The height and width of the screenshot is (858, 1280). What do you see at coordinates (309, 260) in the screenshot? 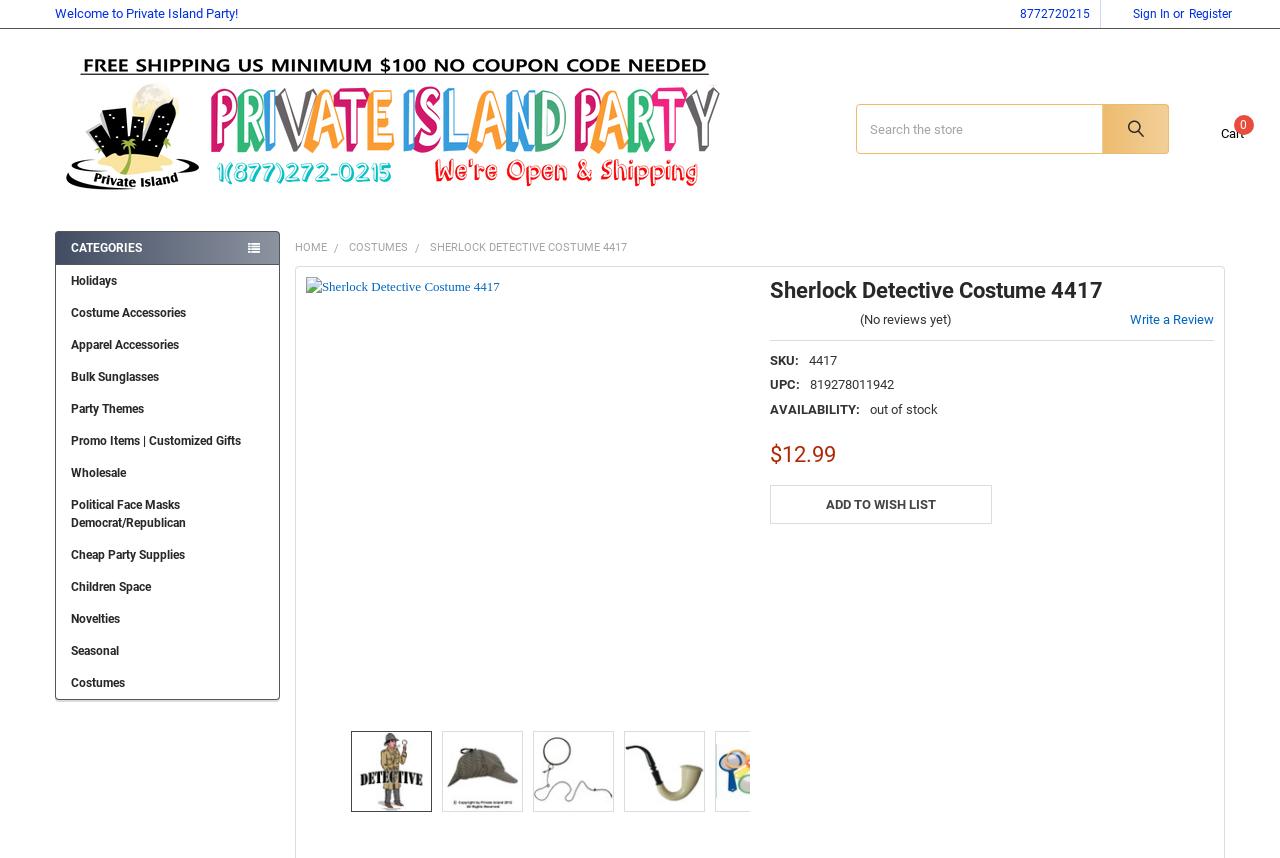
I see `'Home'` at bounding box center [309, 260].